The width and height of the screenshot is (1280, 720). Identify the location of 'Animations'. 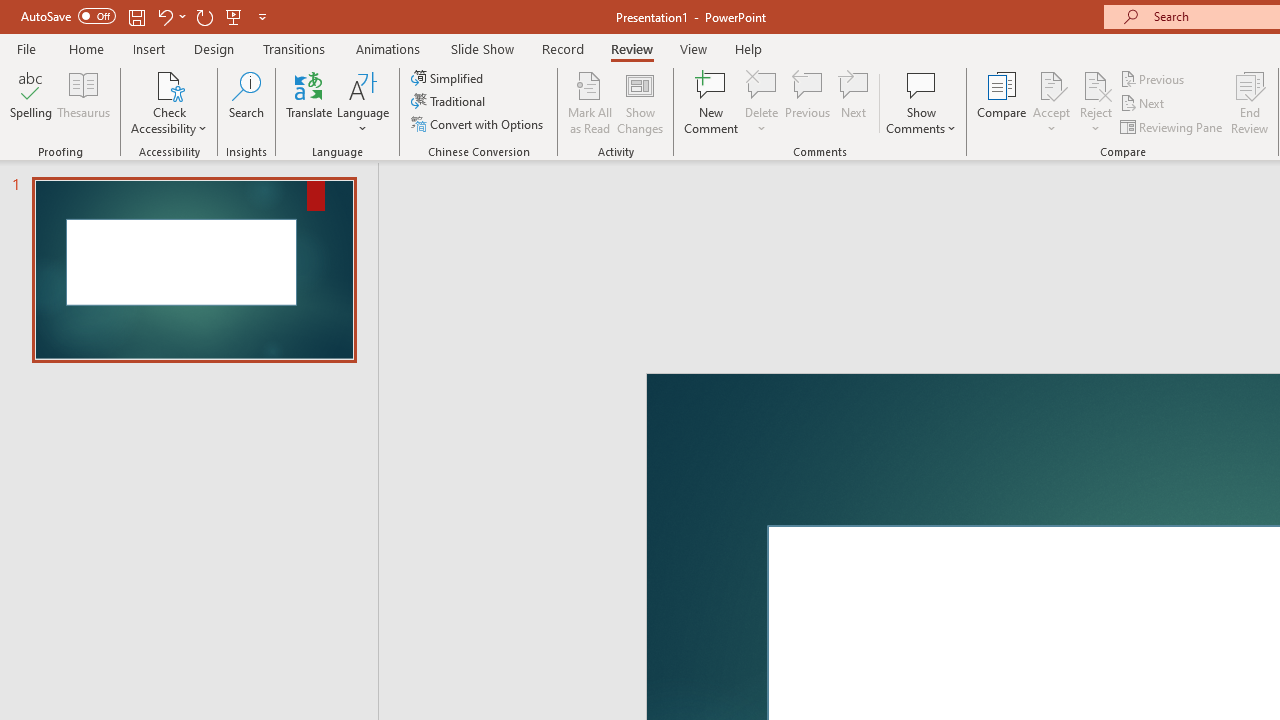
(388, 48).